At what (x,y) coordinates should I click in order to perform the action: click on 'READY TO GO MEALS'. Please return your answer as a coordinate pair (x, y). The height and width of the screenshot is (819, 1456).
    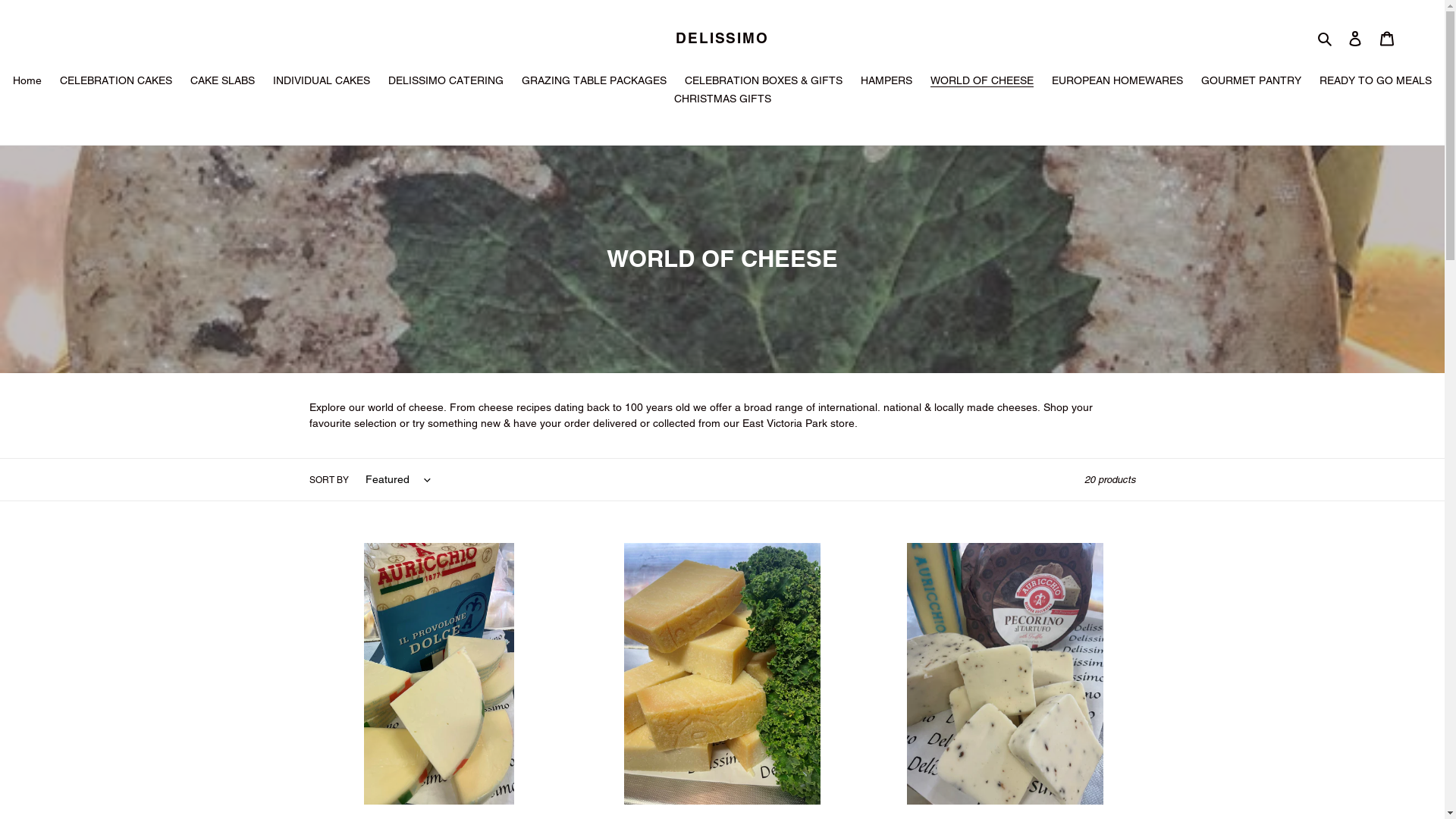
    Looking at the image, I should click on (1310, 82).